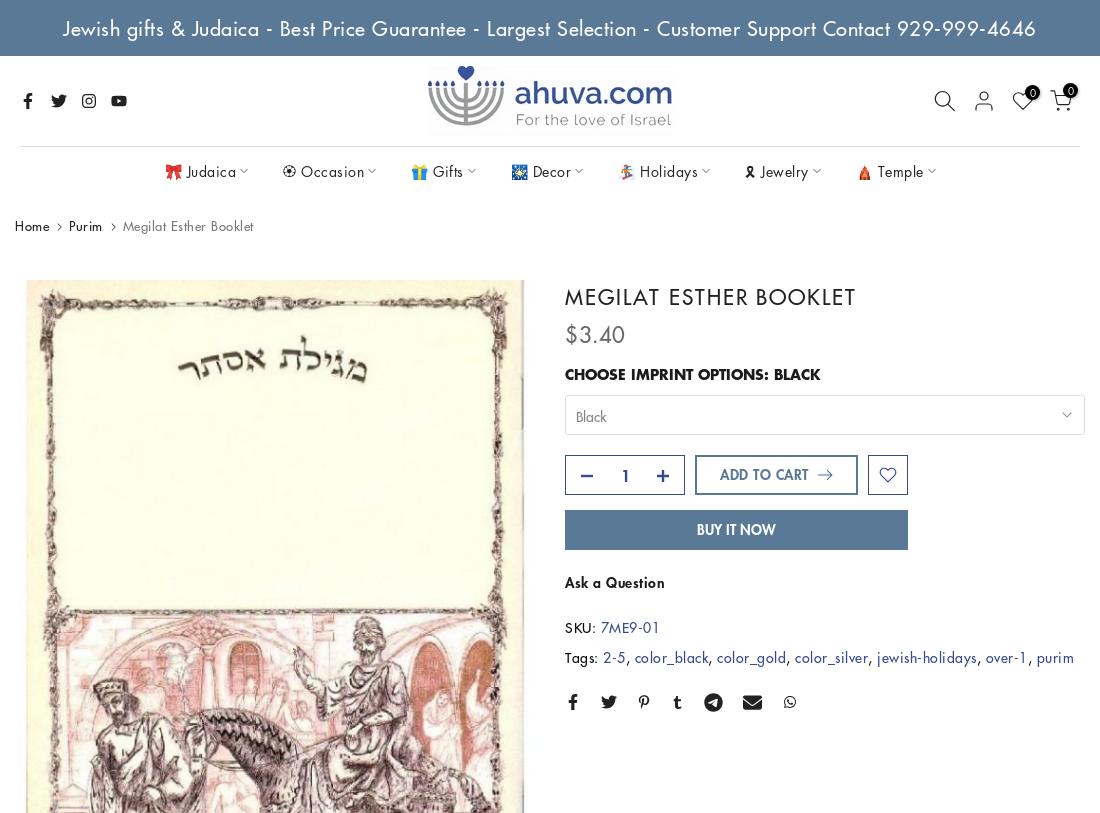 This screenshot has height=813, width=1100. I want to click on 'Jewish gifts & Judaica - Best Price Guarantee - Largest Selection - Customer Support Contact 929-999-4646', so click(549, 26).